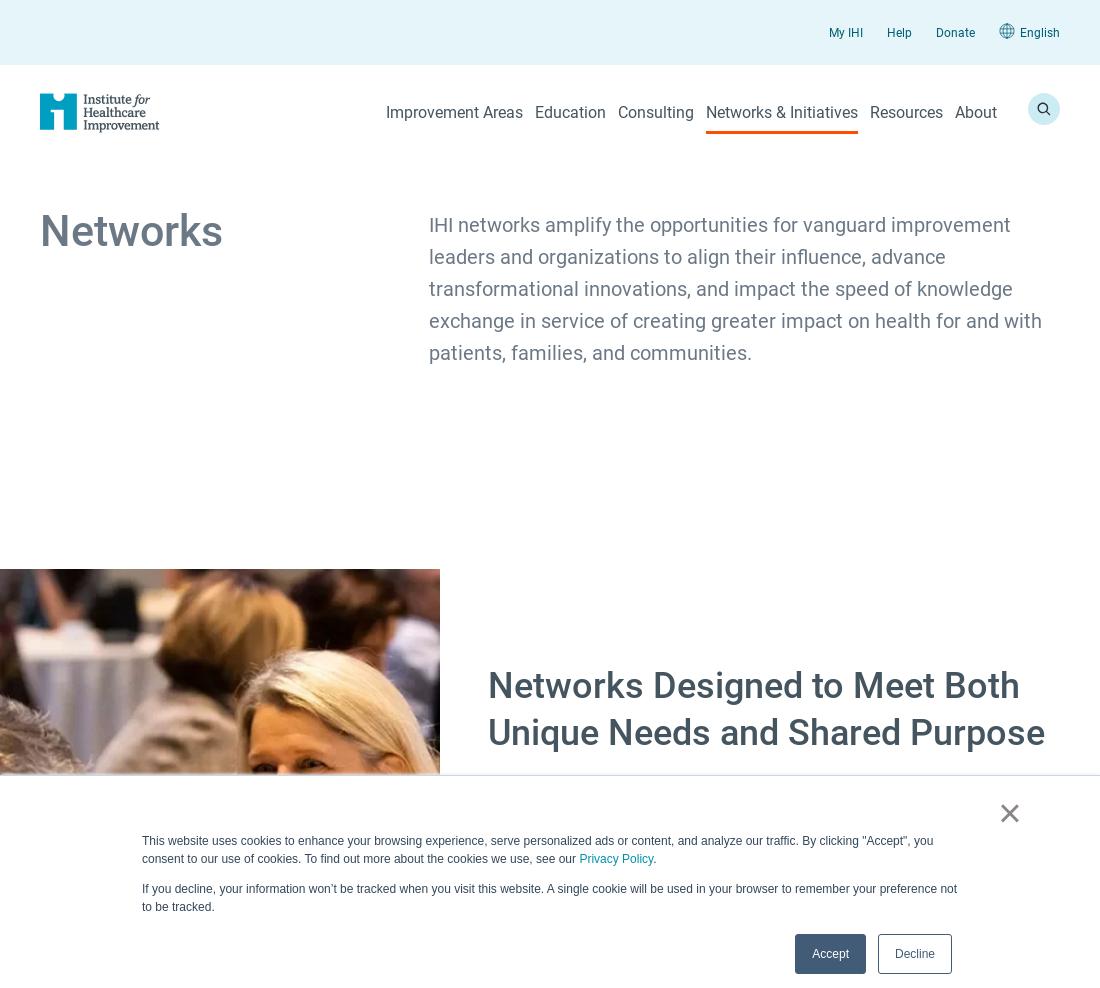 This screenshot has width=1100, height=988. I want to click on 'Age-Friendly Health Systems', so click(516, 273).